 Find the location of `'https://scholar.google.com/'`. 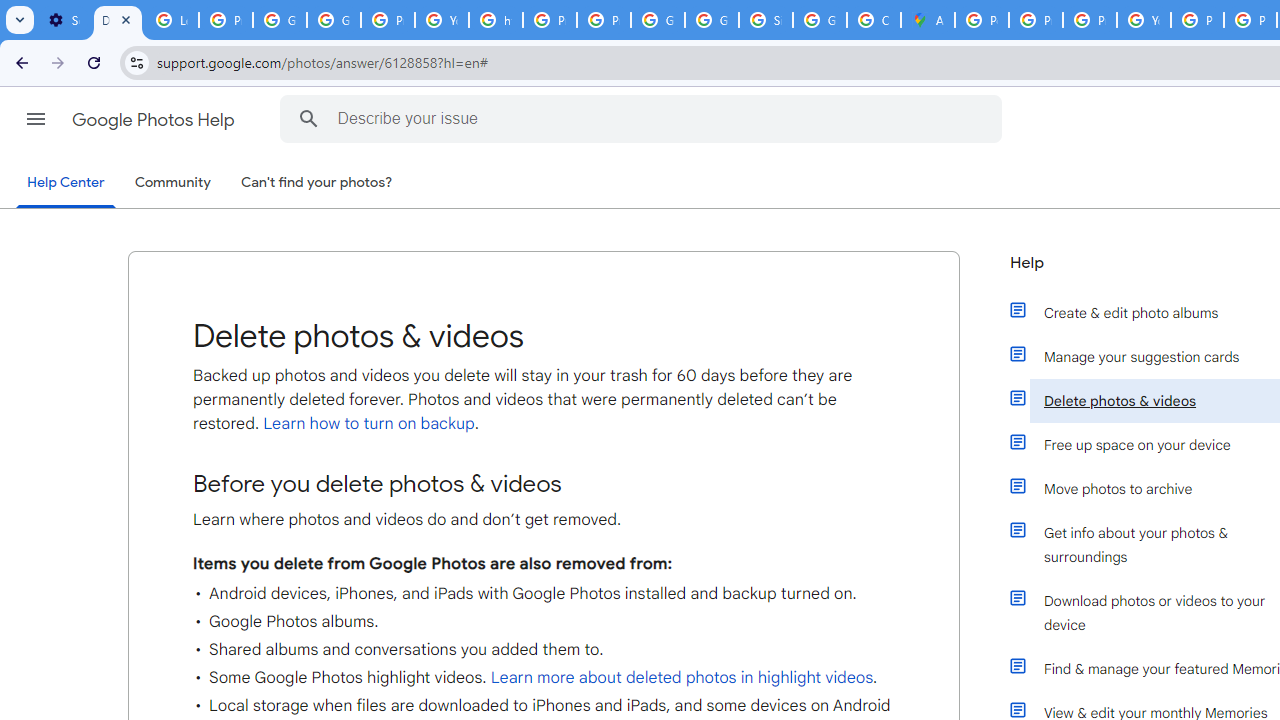

'https://scholar.google.com/' is located at coordinates (496, 20).